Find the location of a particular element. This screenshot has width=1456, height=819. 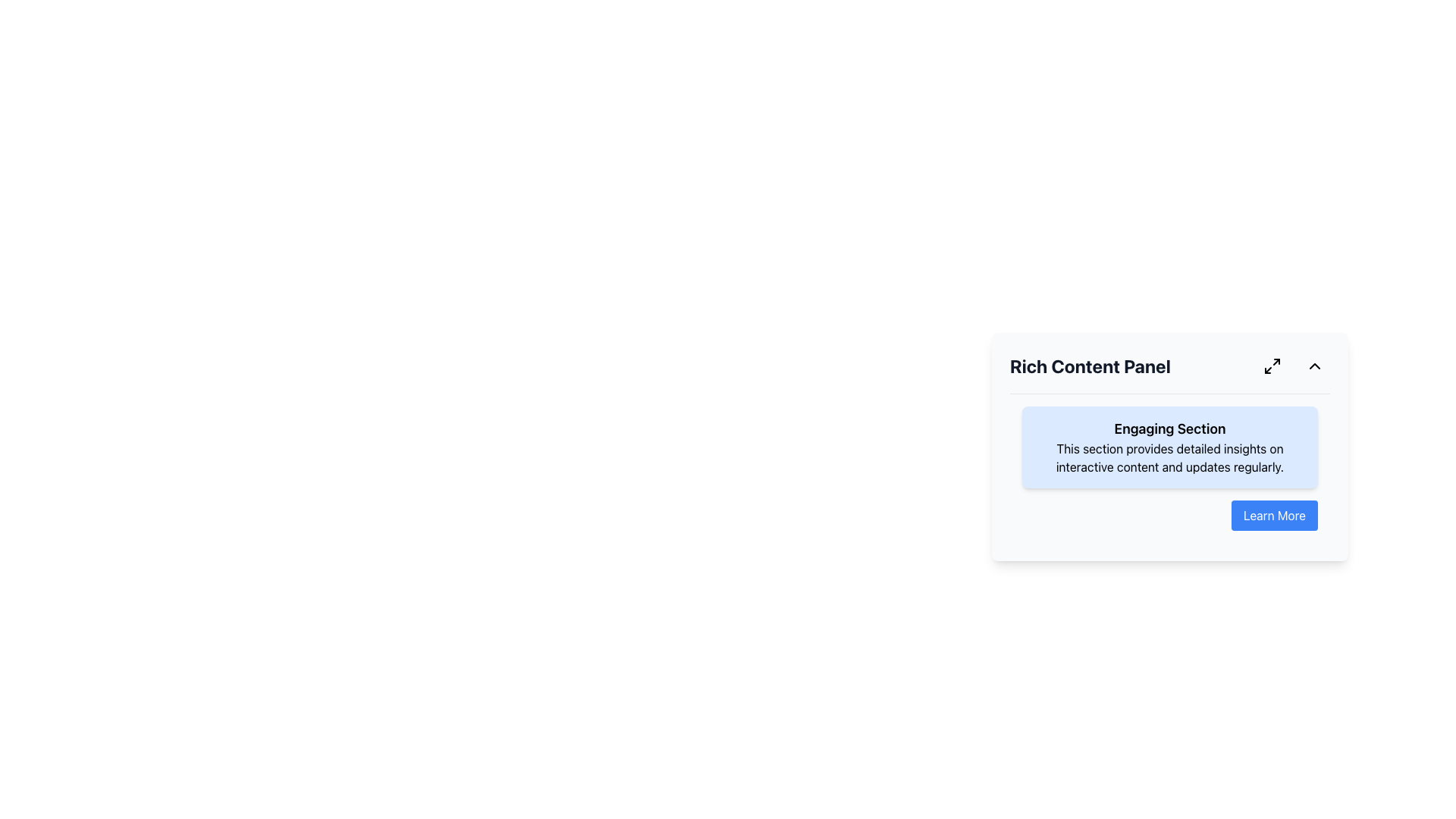

the Icon button located at the top right of the 'Rich Content Panel' is located at coordinates (1272, 366).